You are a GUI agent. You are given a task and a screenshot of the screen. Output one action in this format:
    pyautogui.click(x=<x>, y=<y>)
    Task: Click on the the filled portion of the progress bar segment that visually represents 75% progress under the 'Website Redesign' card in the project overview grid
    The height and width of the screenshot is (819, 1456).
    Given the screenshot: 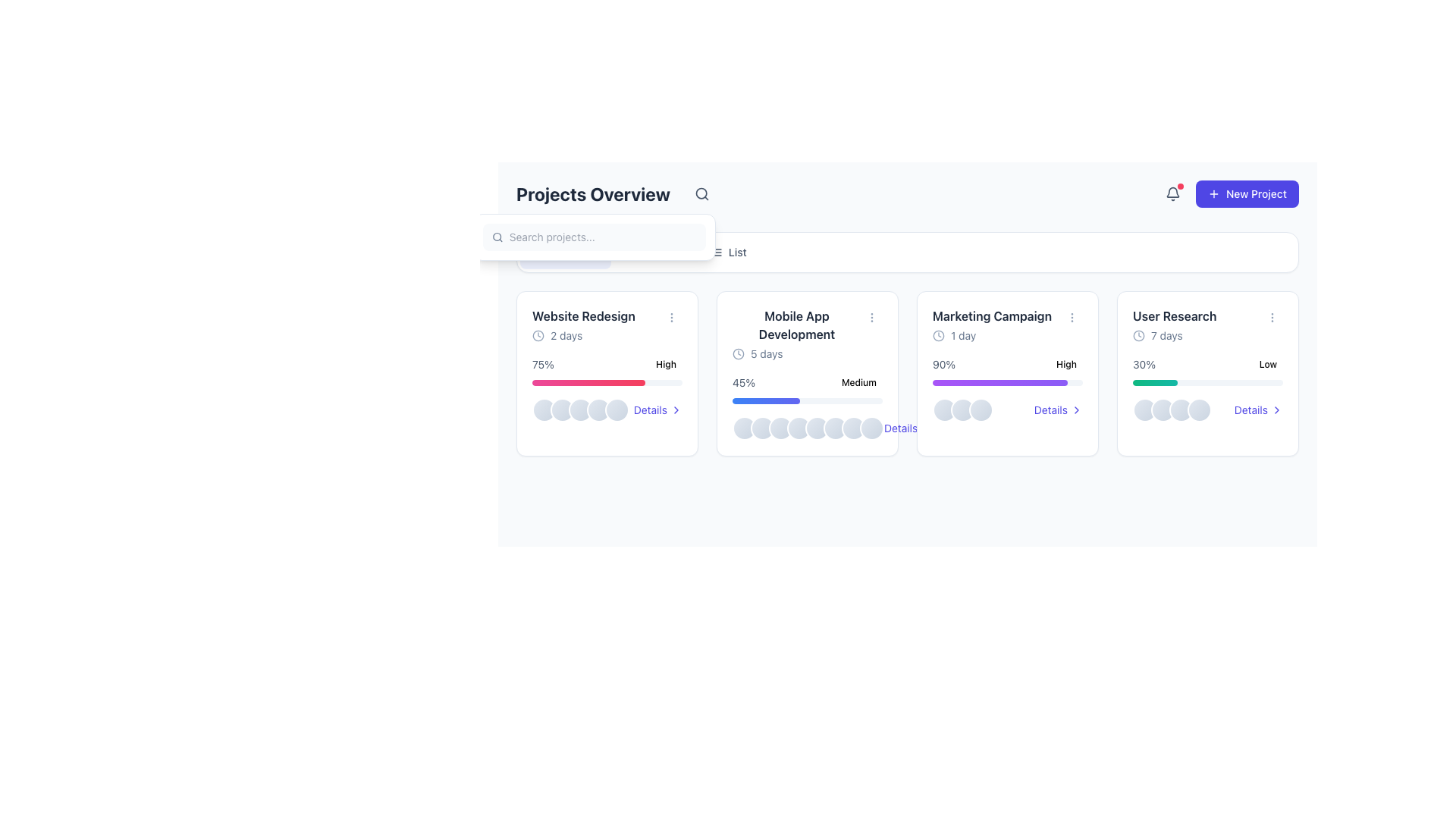 What is the action you would take?
    pyautogui.click(x=588, y=382)
    